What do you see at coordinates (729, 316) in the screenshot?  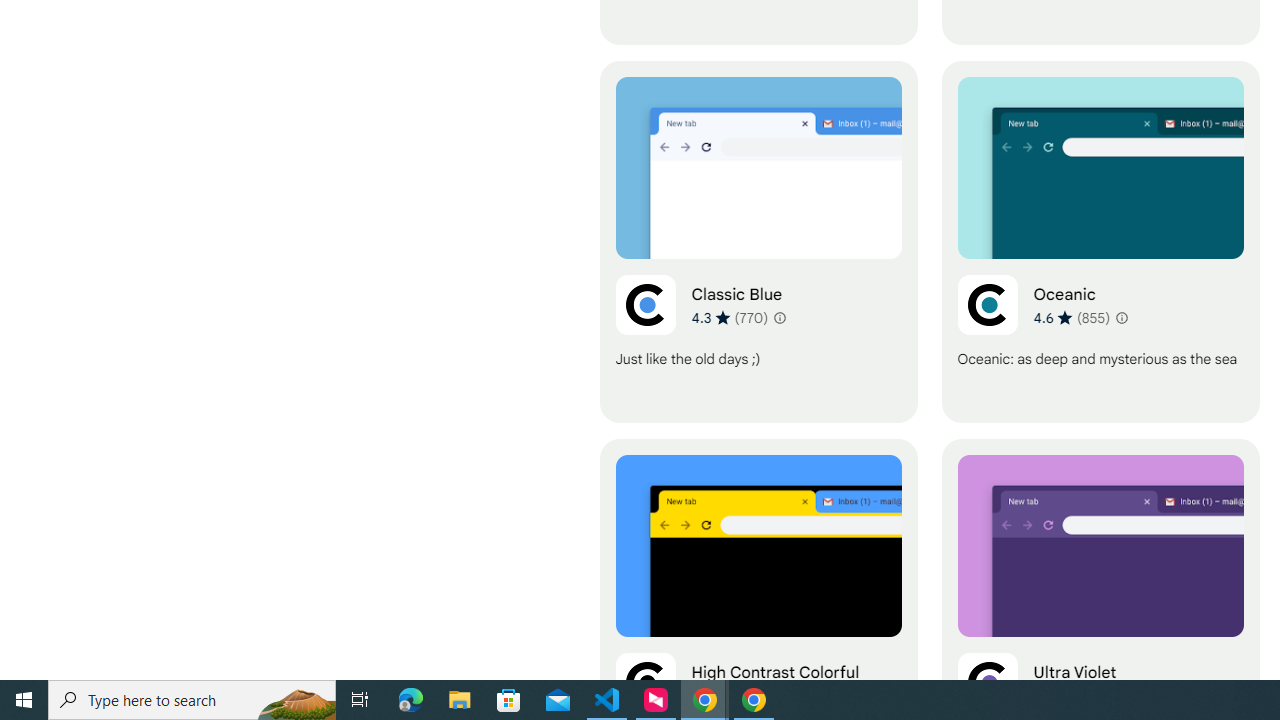 I see `'Average rating 4.3 out of 5 stars. 770 ratings.'` at bounding box center [729, 316].